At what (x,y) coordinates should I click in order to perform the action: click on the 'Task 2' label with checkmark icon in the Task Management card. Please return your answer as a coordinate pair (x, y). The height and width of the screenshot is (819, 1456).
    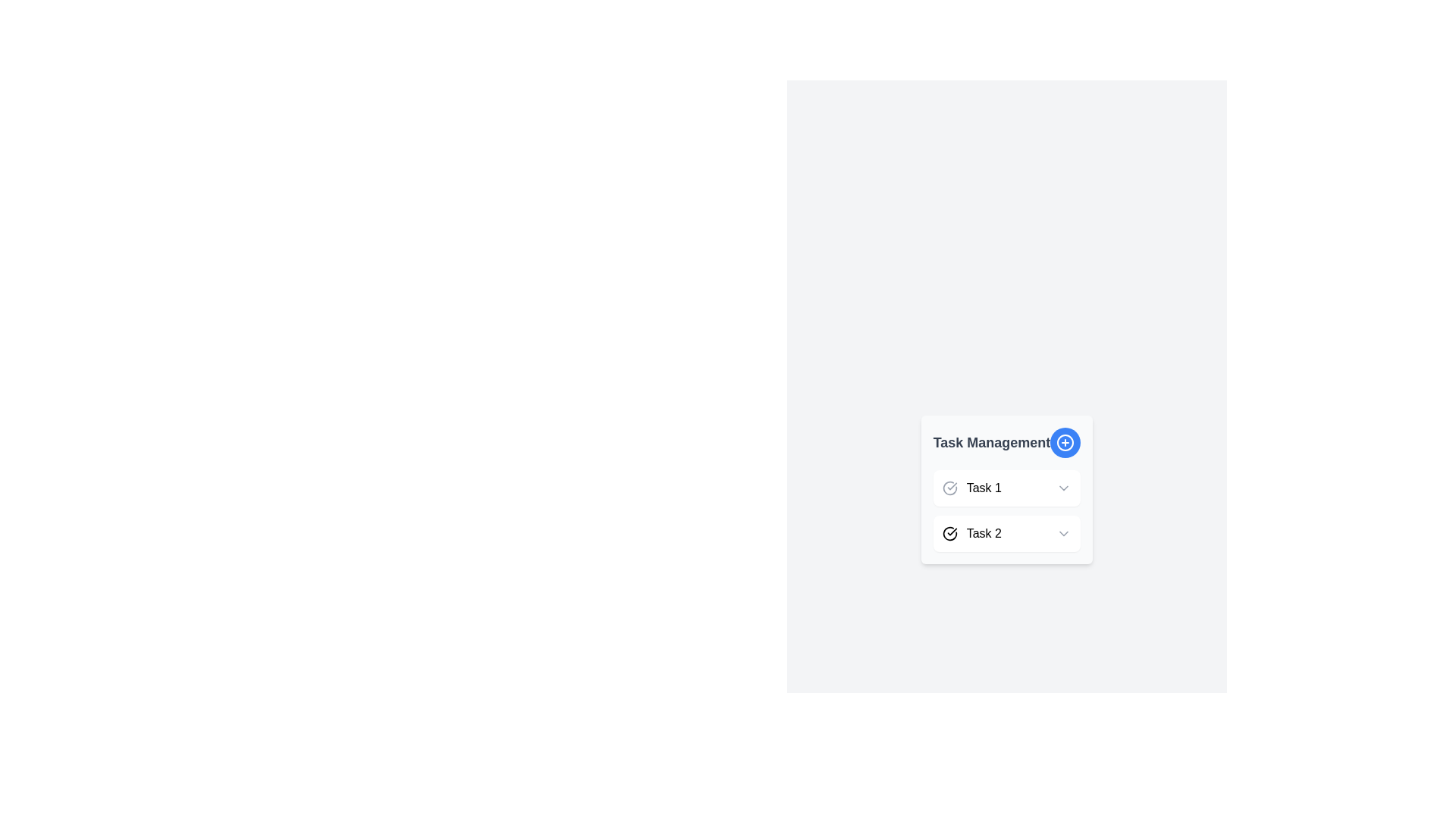
    Looking at the image, I should click on (971, 533).